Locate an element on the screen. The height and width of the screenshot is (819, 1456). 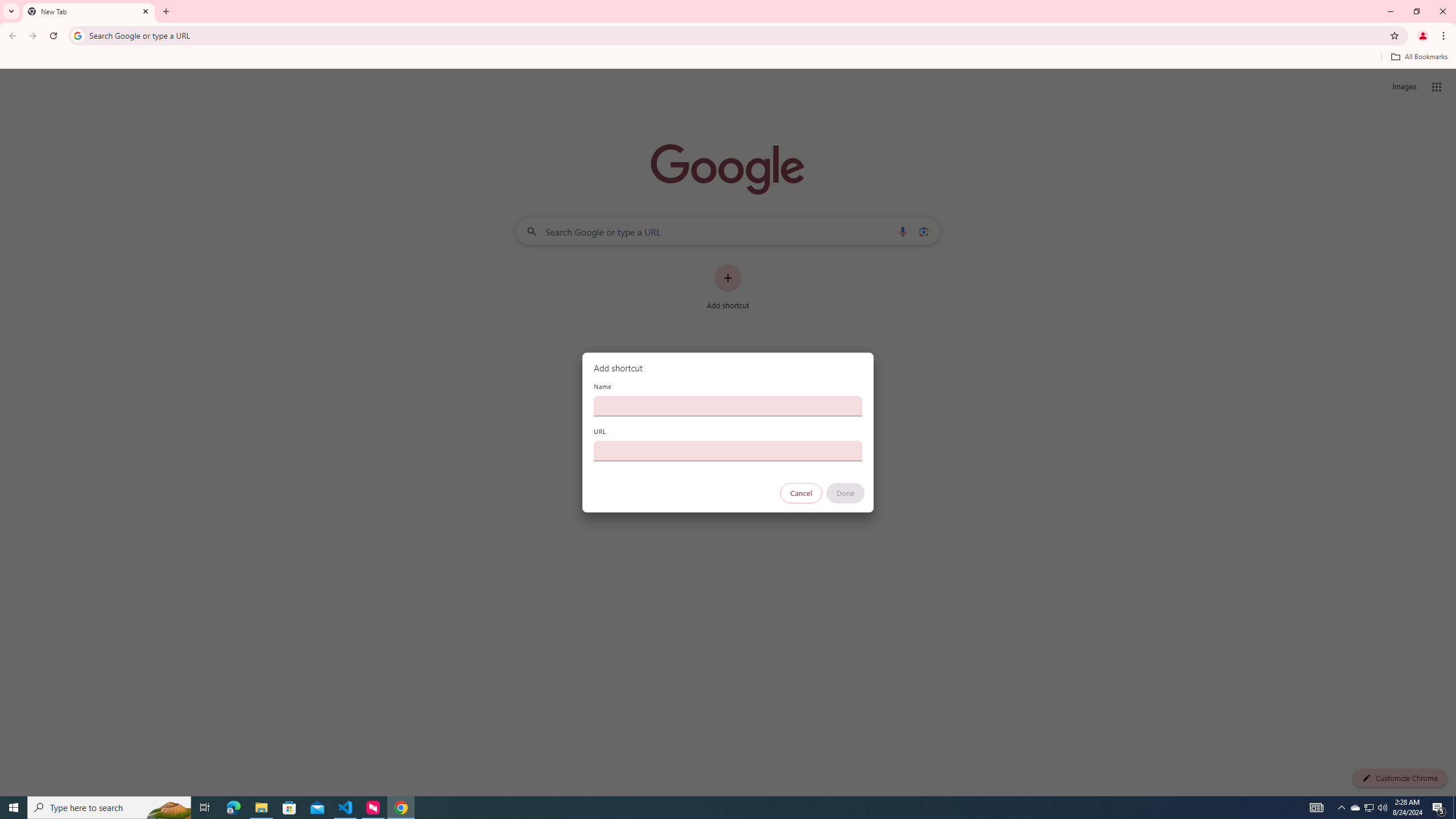
'URL' is located at coordinates (728, 450).